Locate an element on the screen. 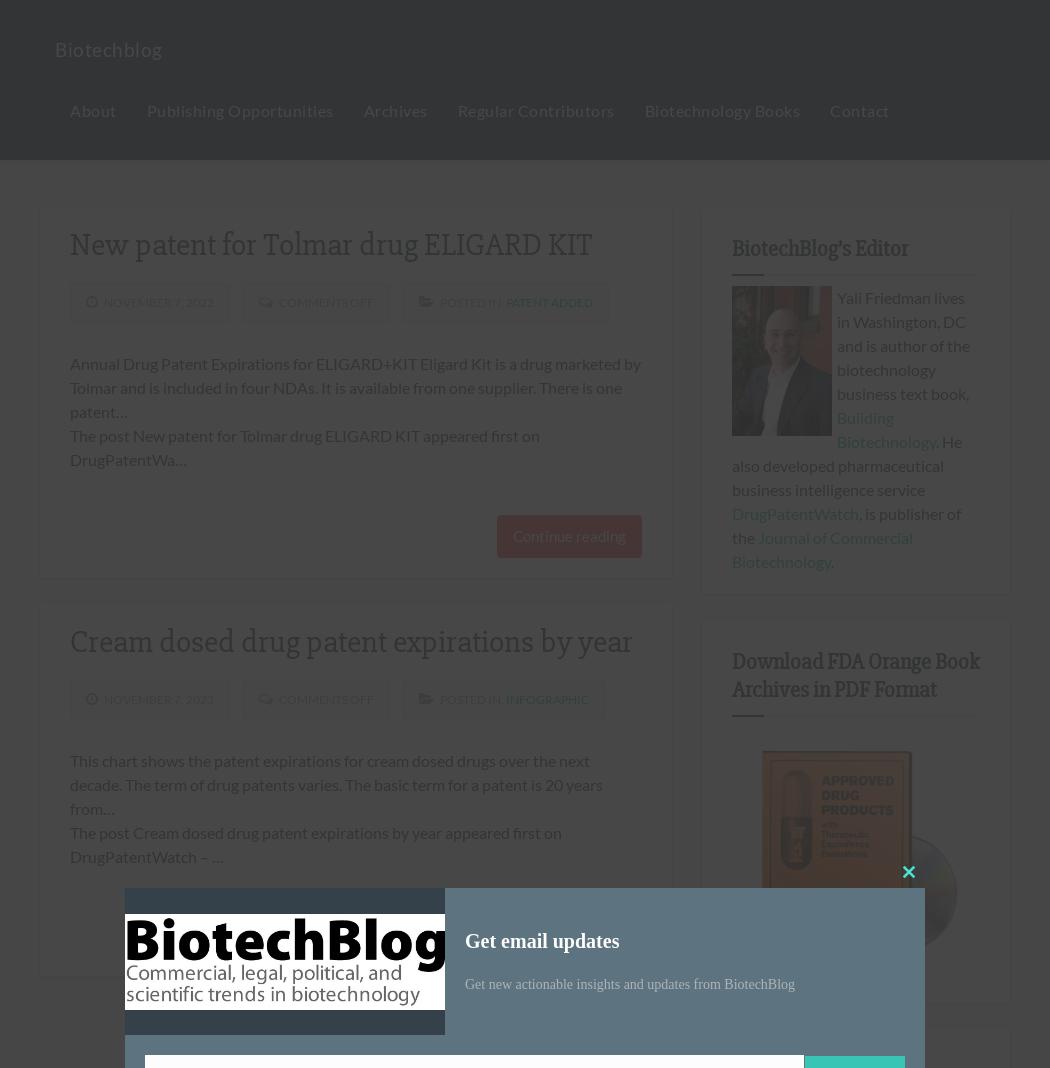  'The post Cream dosed drug patent expirations by year appeared first on DrugPatentWatch – …' is located at coordinates (316, 843).